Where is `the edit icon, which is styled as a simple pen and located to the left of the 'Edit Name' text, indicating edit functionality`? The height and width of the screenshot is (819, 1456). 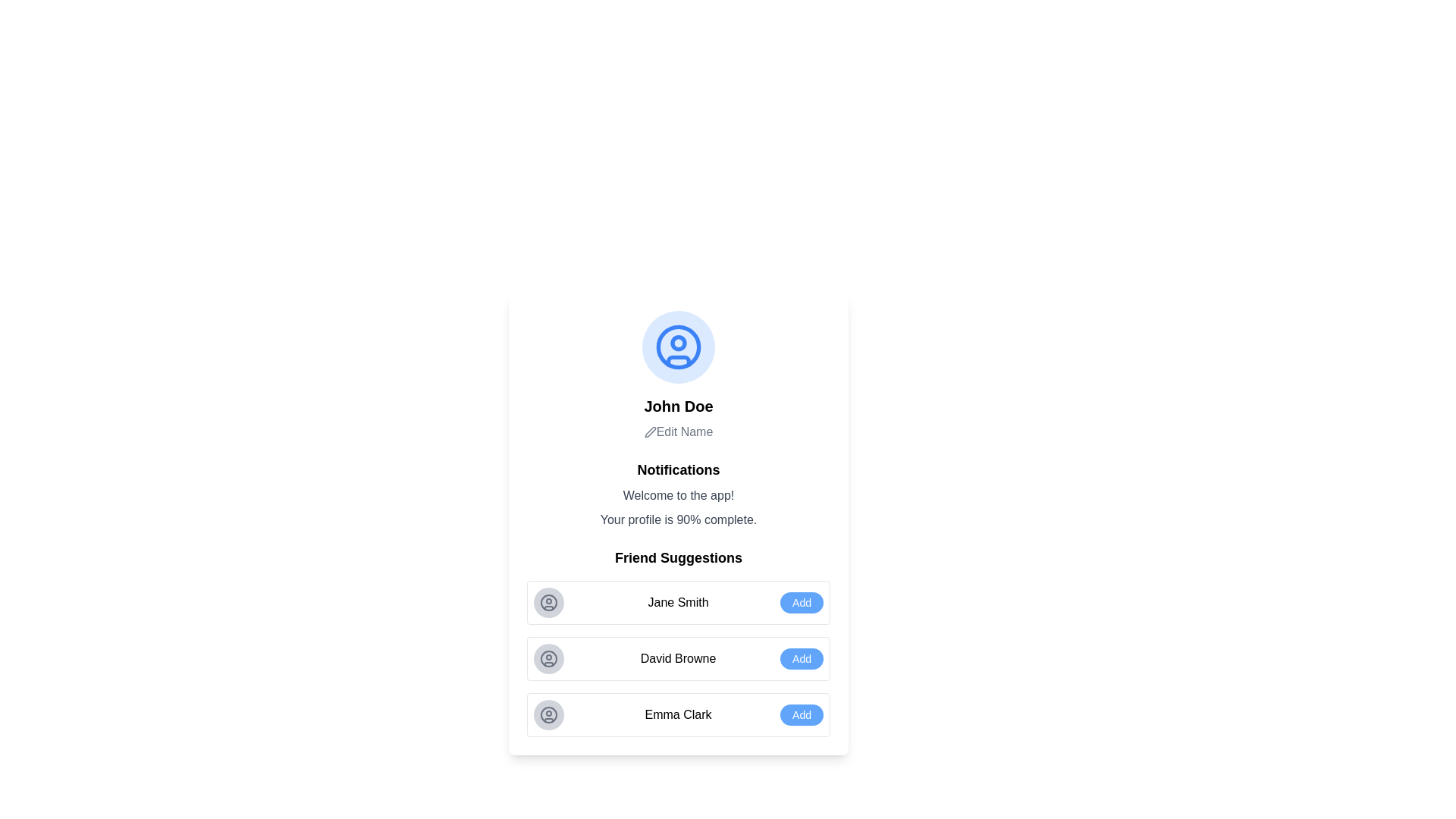 the edit icon, which is styled as a simple pen and located to the left of the 'Edit Name' text, indicating edit functionality is located at coordinates (650, 432).